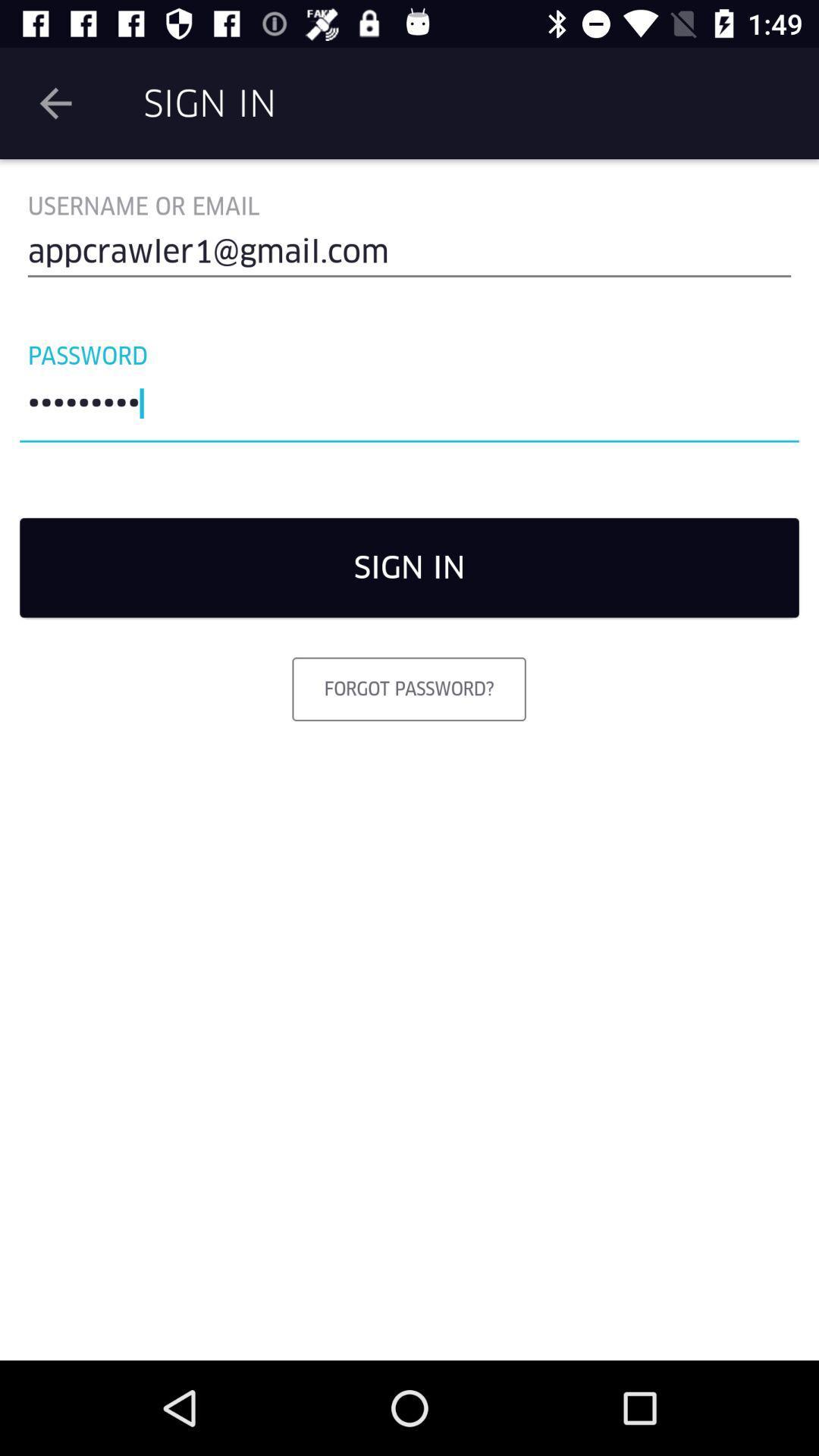 The image size is (819, 1456). What do you see at coordinates (55, 102) in the screenshot?
I see `the item to the left of the sign in icon` at bounding box center [55, 102].